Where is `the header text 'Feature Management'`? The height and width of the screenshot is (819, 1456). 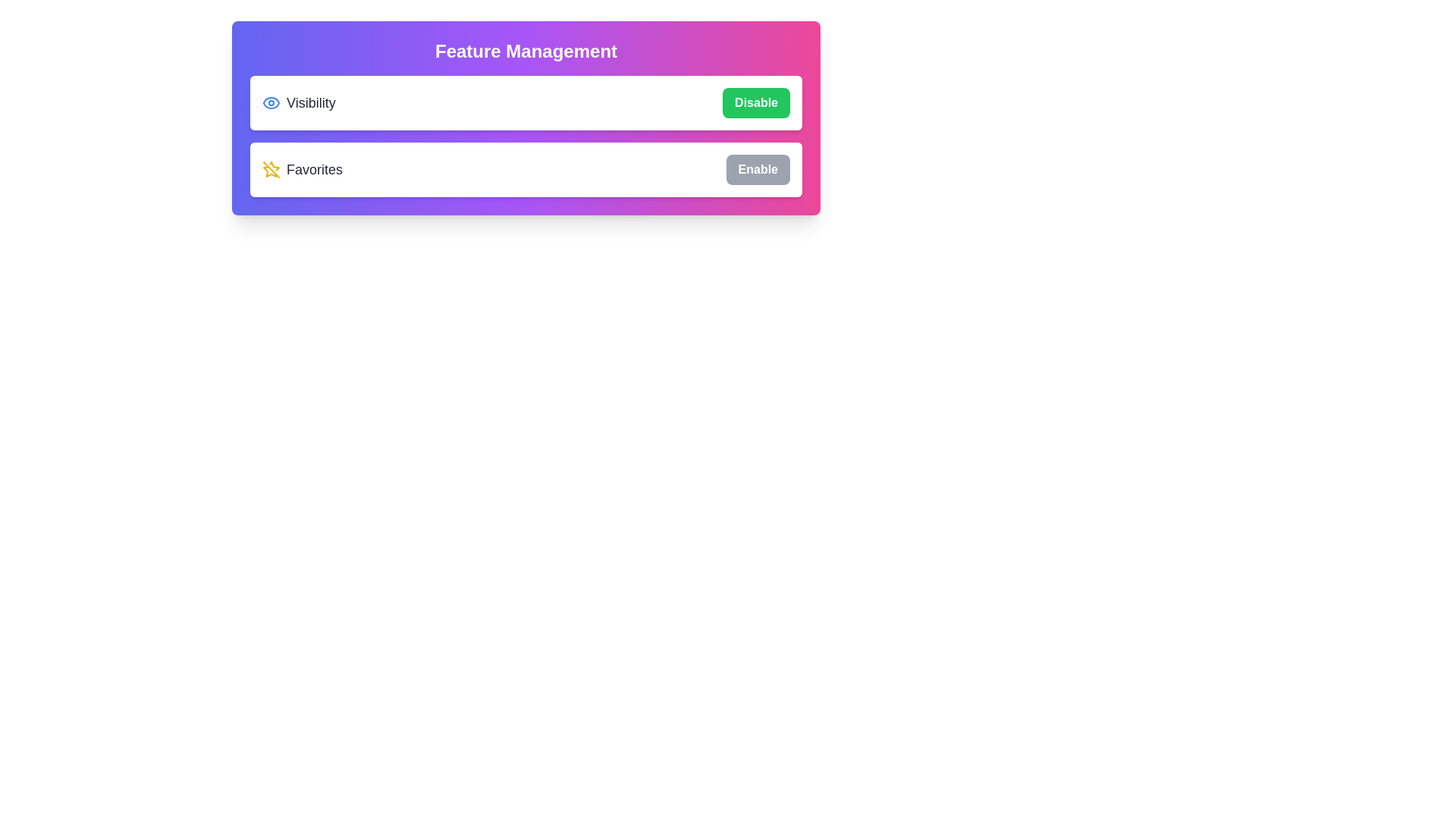 the header text 'Feature Management' is located at coordinates (526, 51).